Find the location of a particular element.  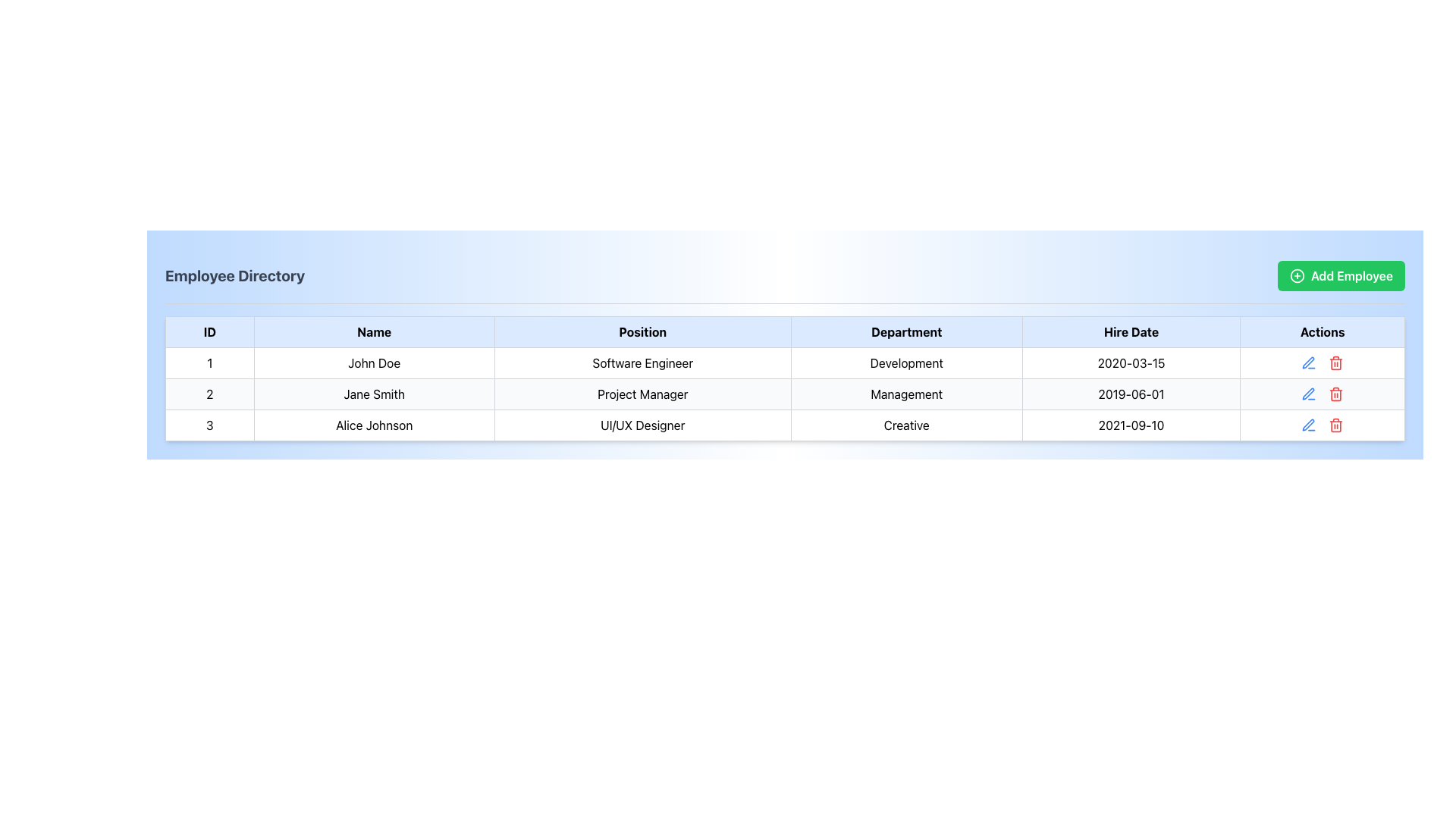

the pen-like icon graphic element in the 'Actions' column of the employee directory table for 'Alice Johnson' is located at coordinates (1307, 393).